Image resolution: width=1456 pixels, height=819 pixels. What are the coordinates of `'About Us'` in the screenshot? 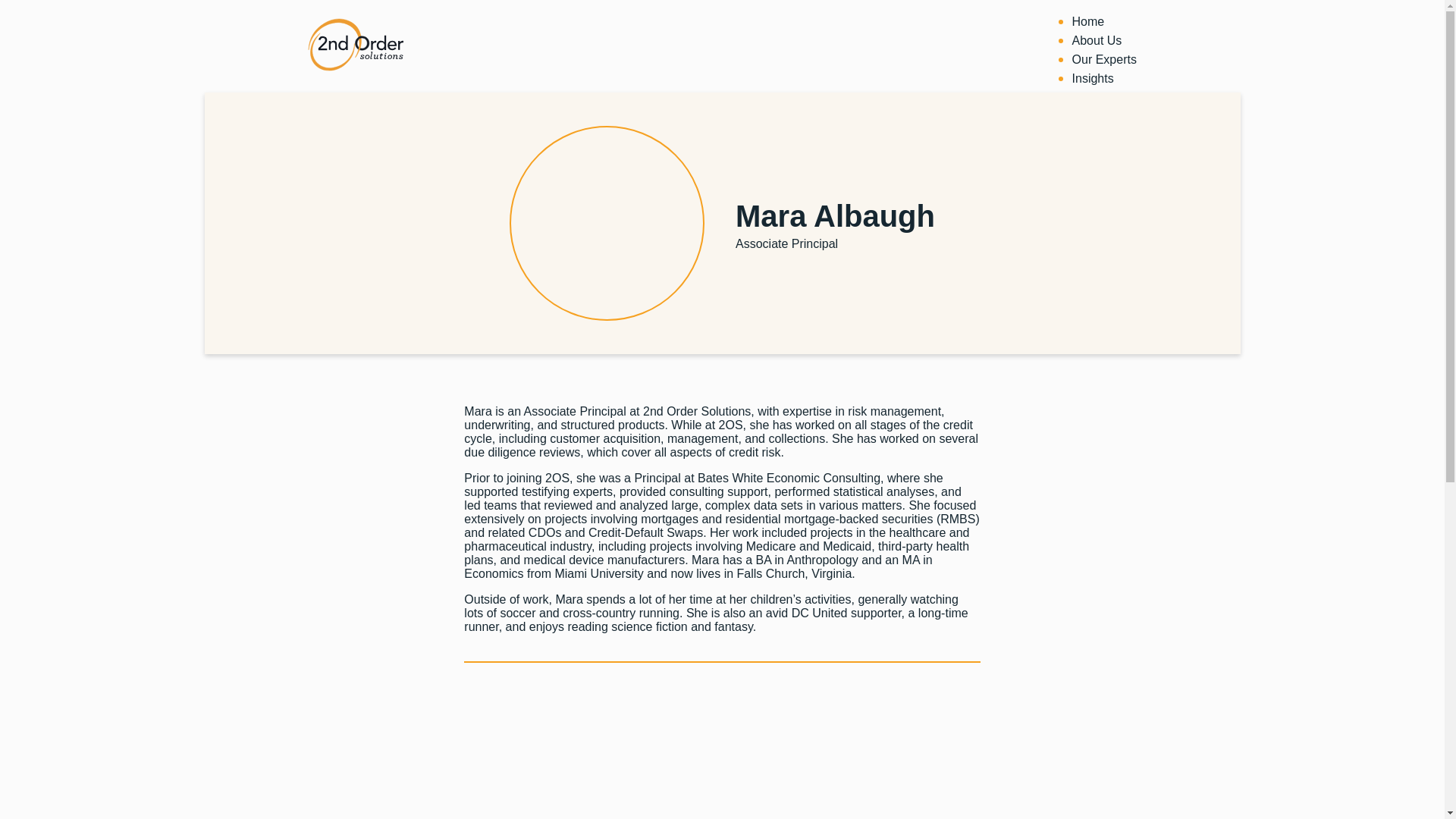 It's located at (1097, 39).